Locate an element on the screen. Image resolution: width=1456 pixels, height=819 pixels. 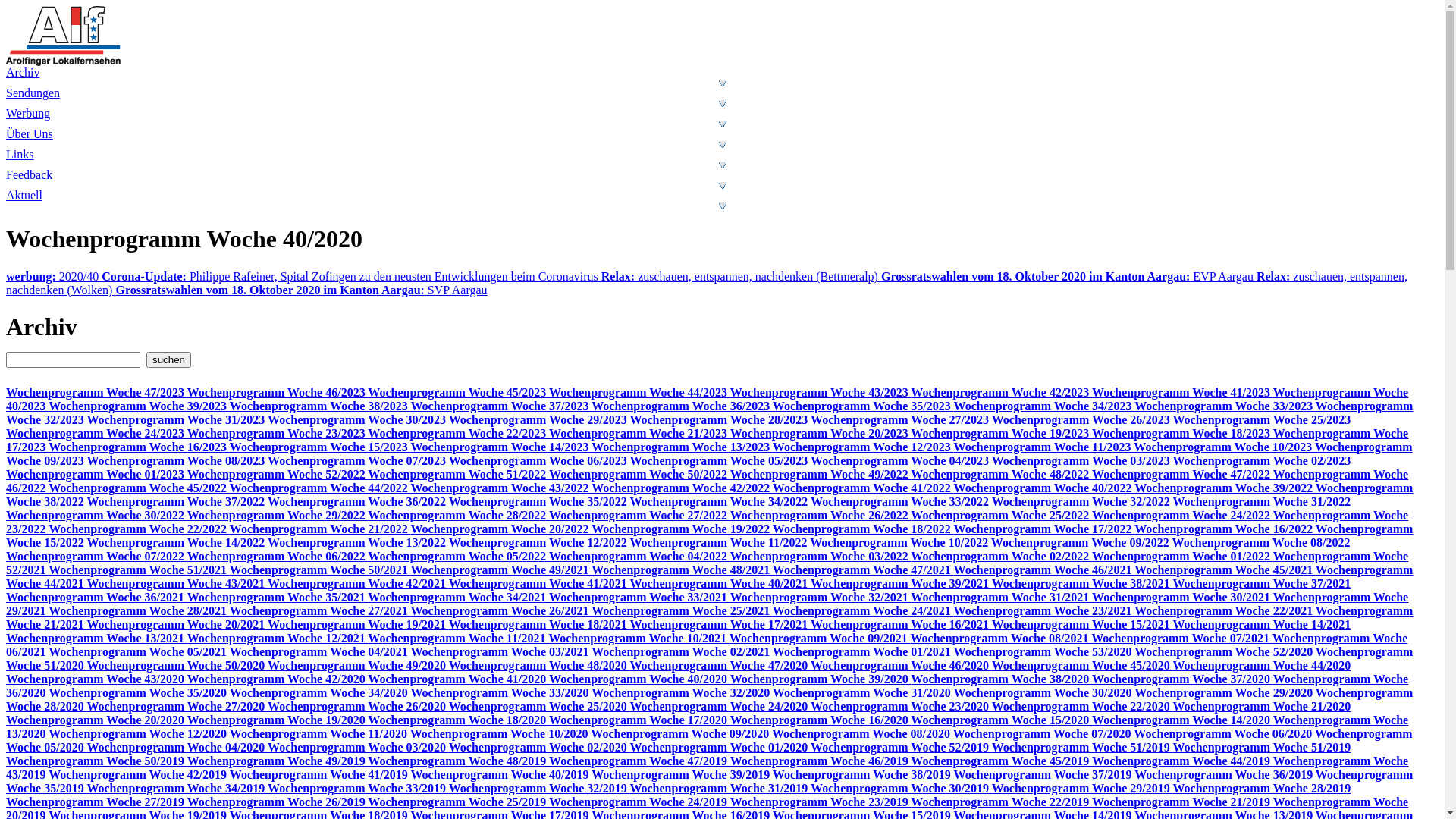
'Wochenprogramm Woche 19/2020' is located at coordinates (278, 719).